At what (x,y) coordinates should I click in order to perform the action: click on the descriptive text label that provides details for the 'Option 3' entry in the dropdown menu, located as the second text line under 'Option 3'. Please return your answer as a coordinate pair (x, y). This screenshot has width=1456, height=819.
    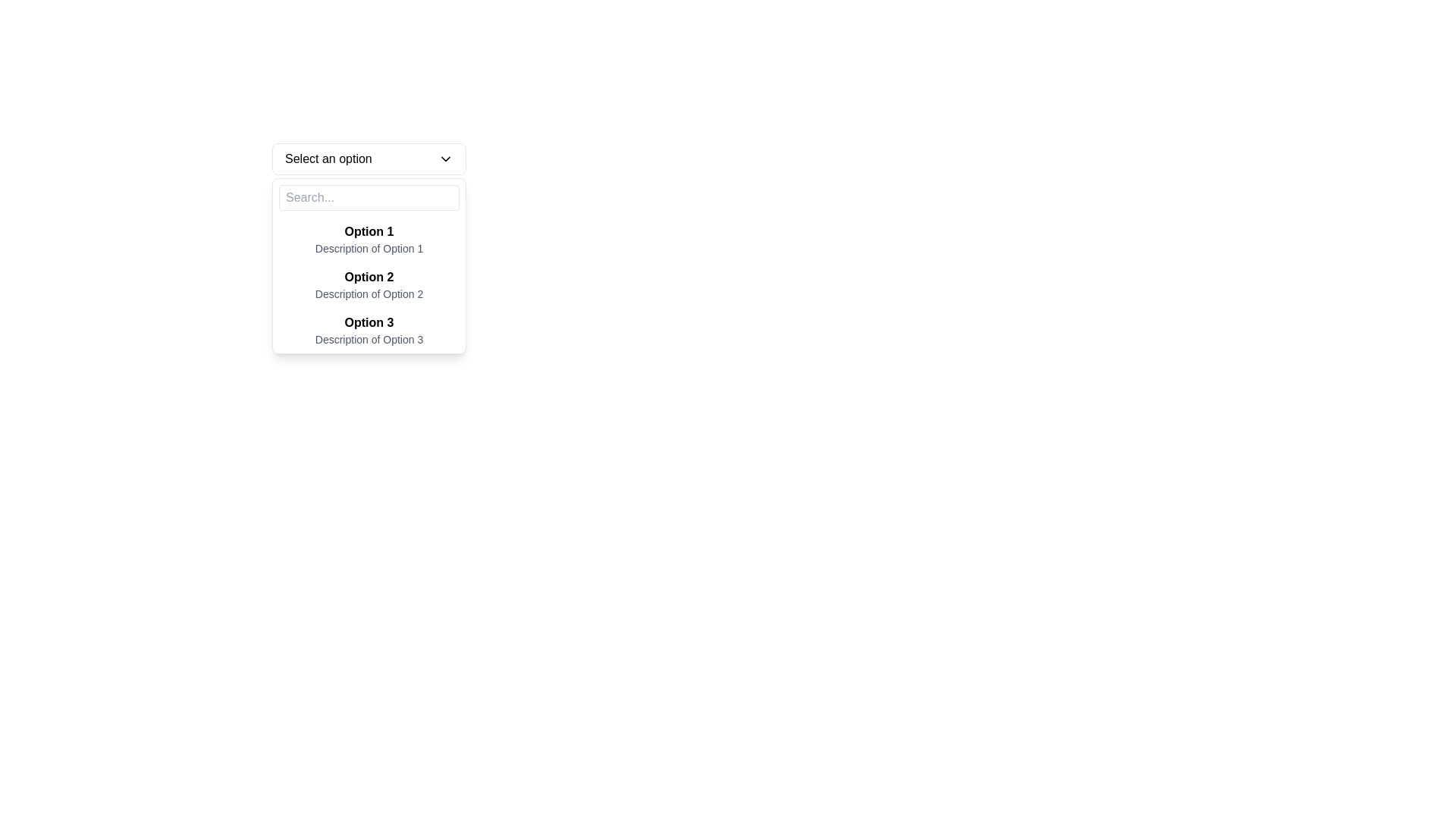
    Looking at the image, I should click on (369, 338).